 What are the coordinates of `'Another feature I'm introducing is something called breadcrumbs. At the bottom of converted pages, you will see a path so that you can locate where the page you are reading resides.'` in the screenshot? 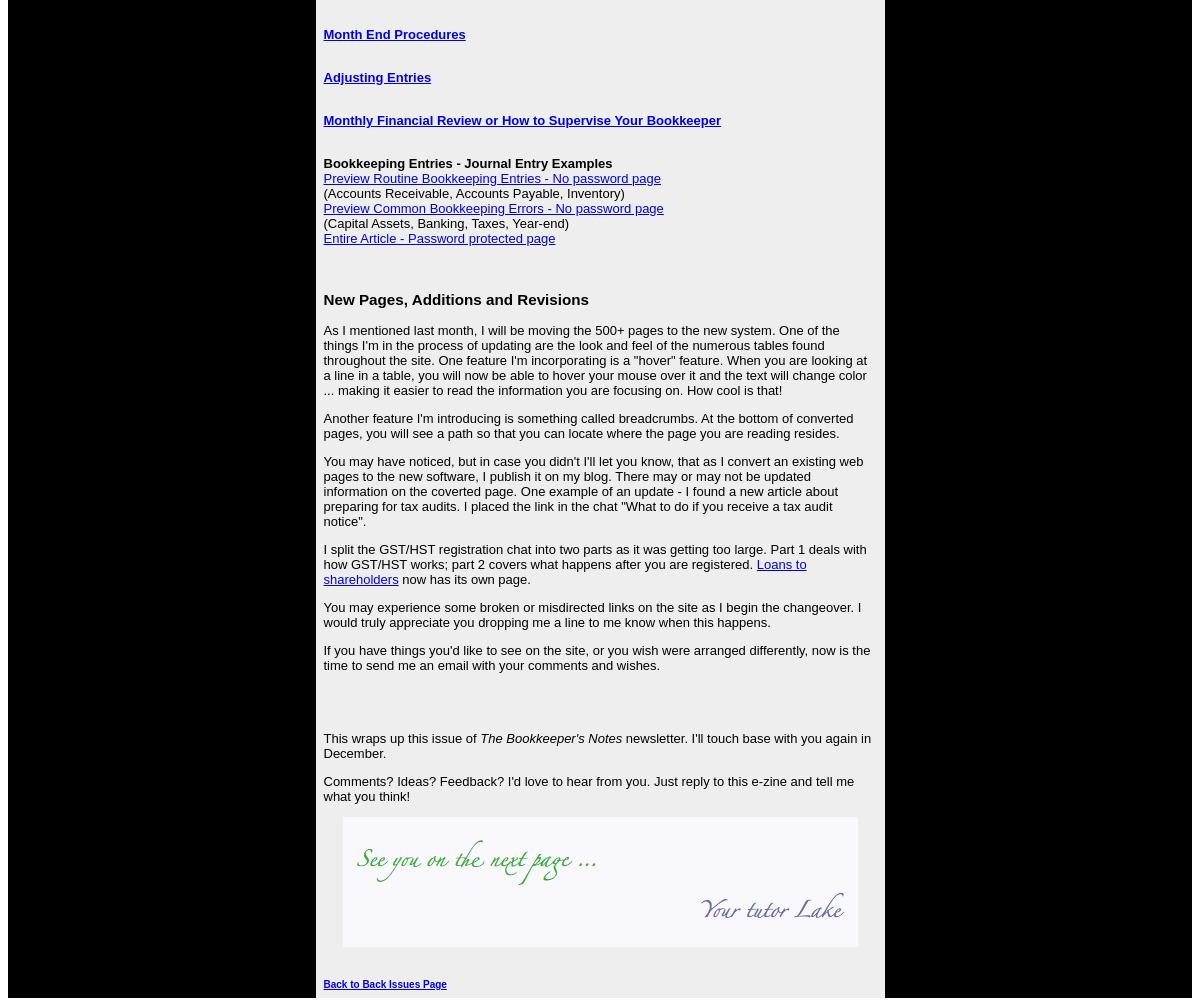 It's located at (323, 426).